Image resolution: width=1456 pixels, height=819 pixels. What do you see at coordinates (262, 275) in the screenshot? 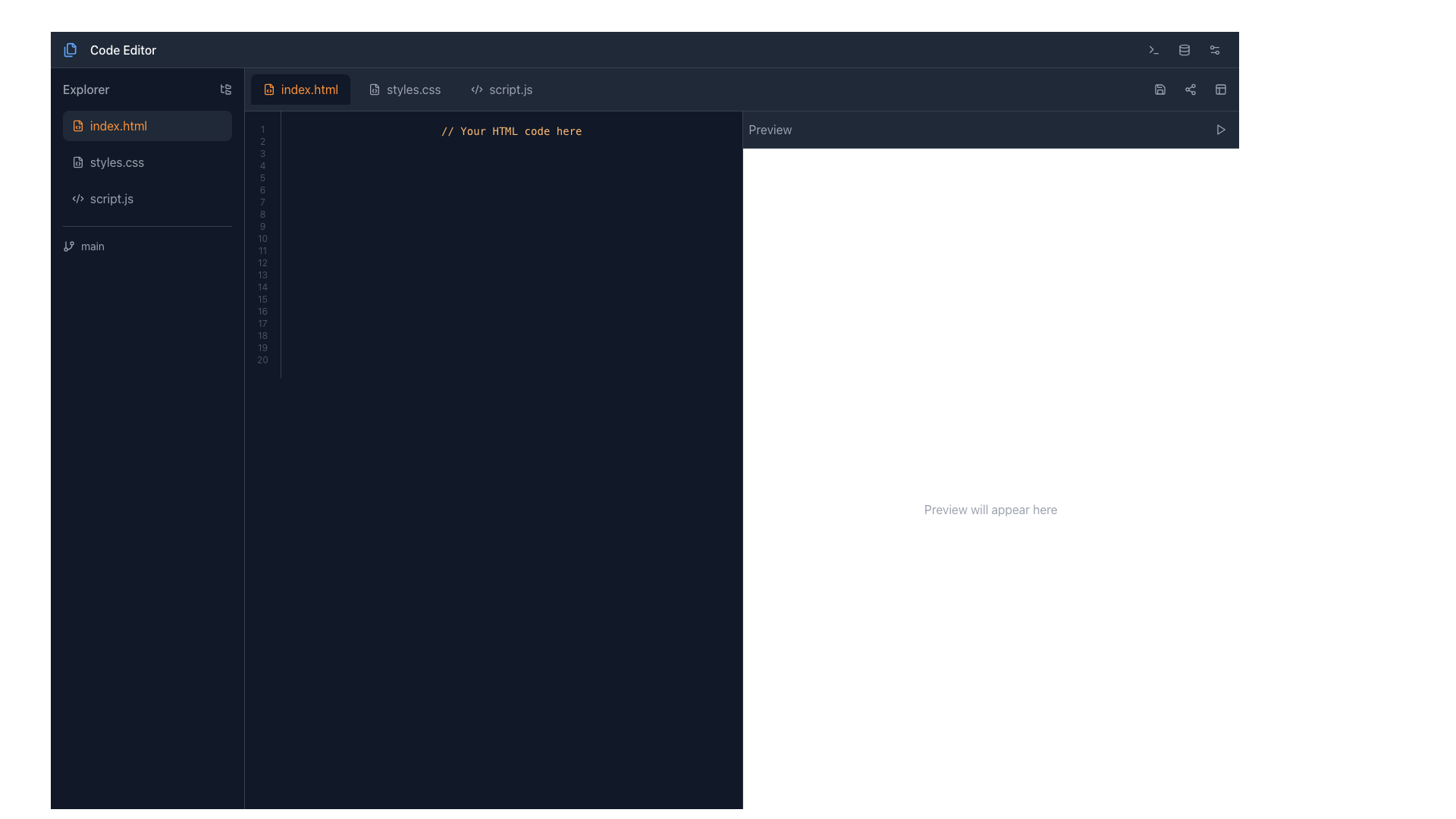
I see `the Text label indicating line number 13 in the code editor interface` at bounding box center [262, 275].